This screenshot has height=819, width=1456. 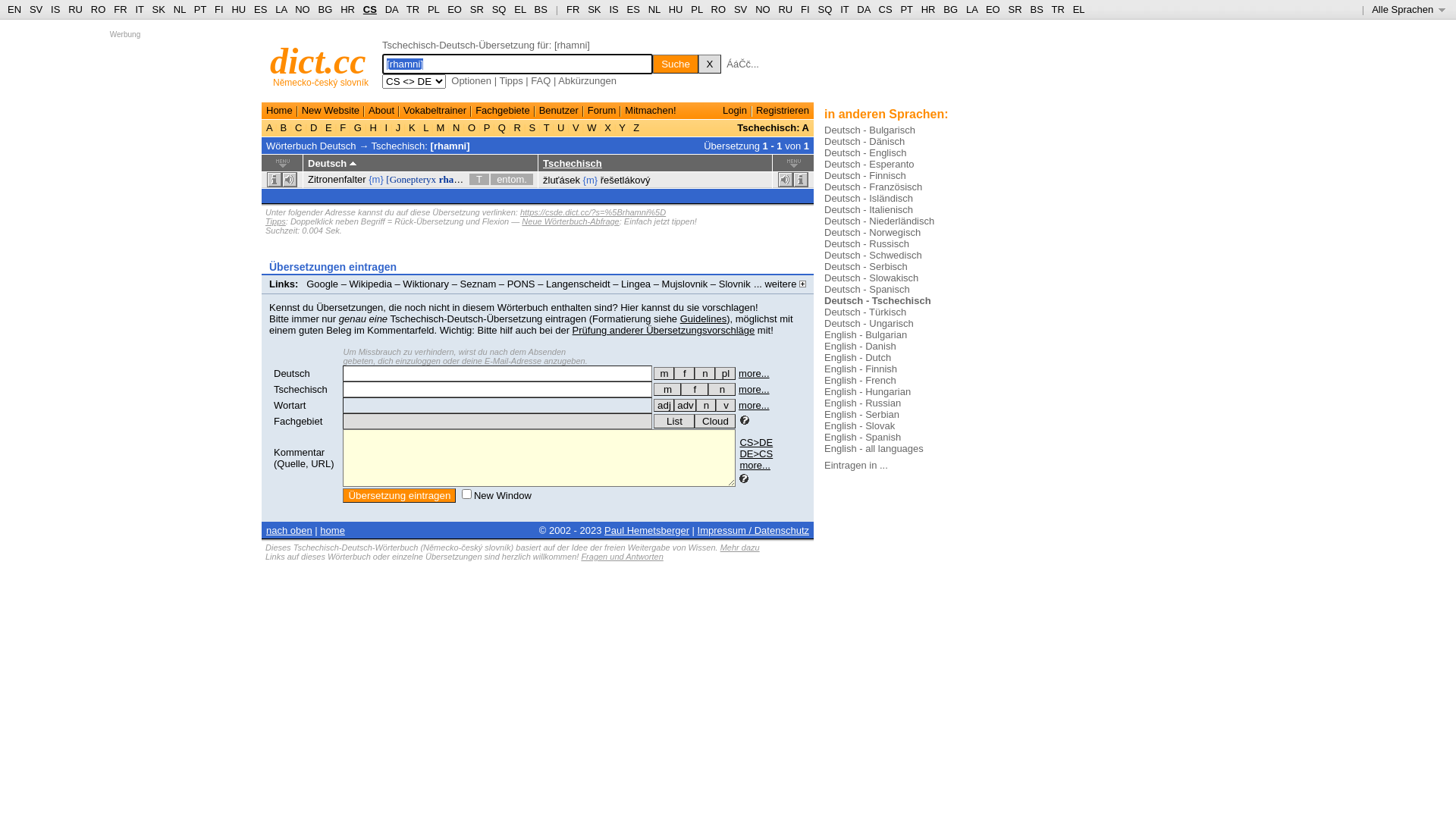 I want to click on 'Deutsch - Serbisch', so click(x=866, y=265).